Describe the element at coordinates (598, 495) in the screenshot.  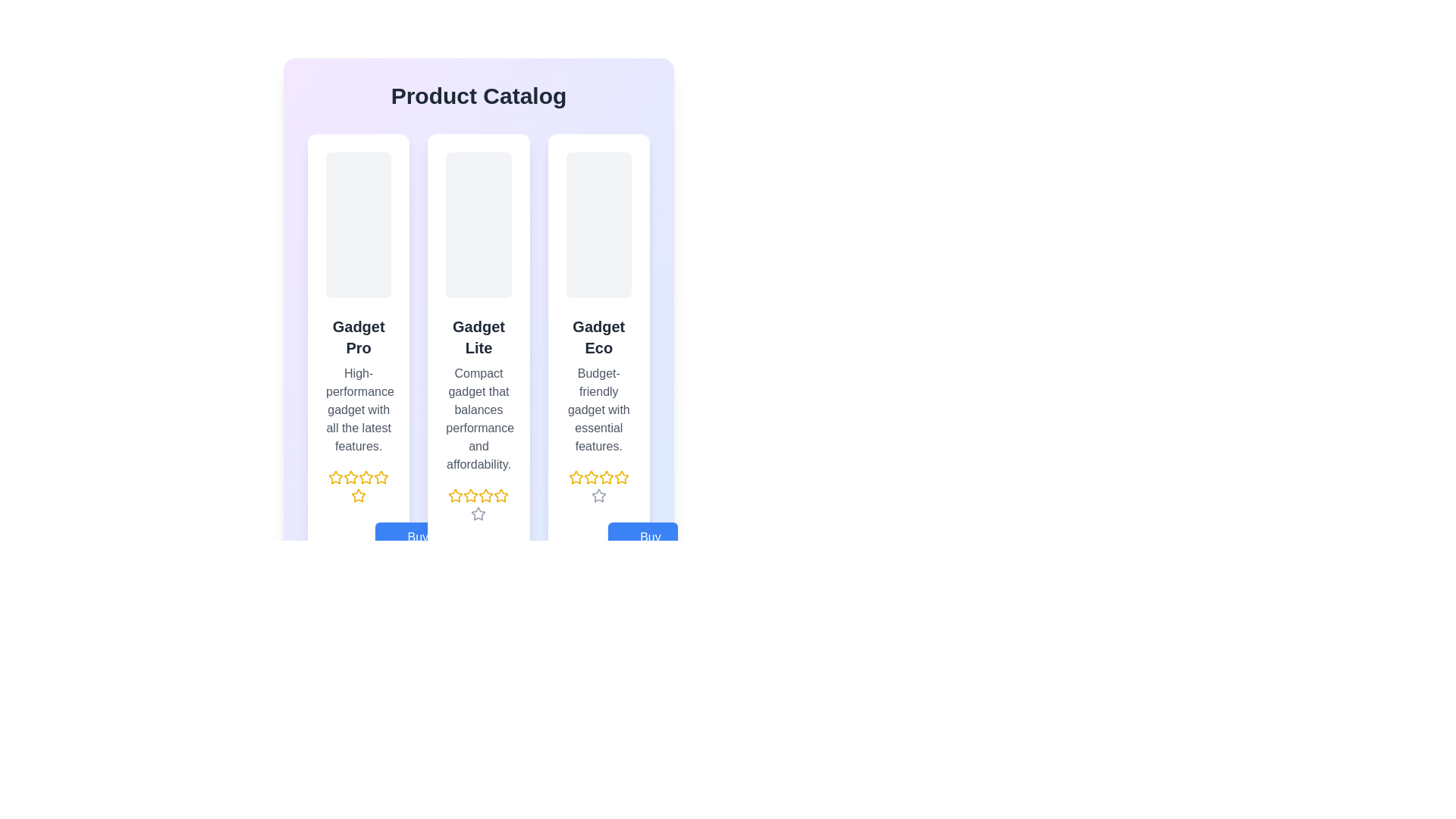
I see `the gray outlined star icon beneath the description of the third product listing titled 'Gadget Eco'` at that location.